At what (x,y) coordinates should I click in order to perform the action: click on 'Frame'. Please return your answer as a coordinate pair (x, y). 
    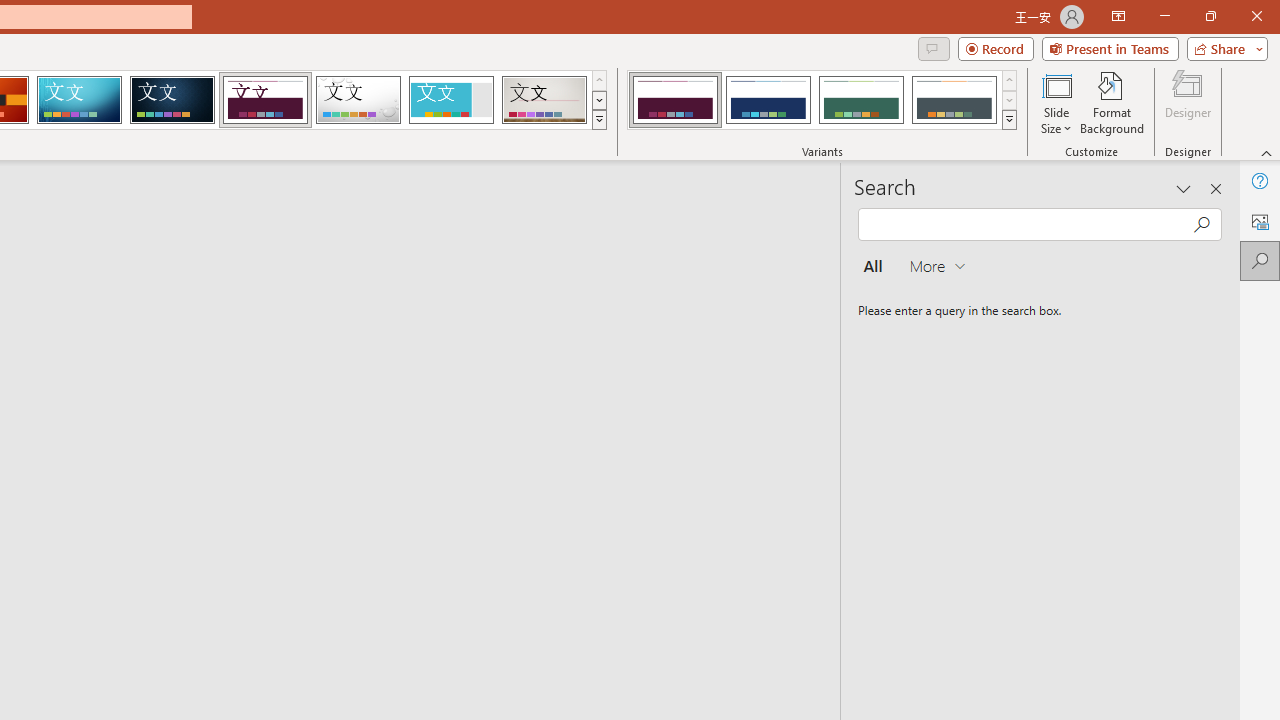
    Looking at the image, I should click on (450, 100).